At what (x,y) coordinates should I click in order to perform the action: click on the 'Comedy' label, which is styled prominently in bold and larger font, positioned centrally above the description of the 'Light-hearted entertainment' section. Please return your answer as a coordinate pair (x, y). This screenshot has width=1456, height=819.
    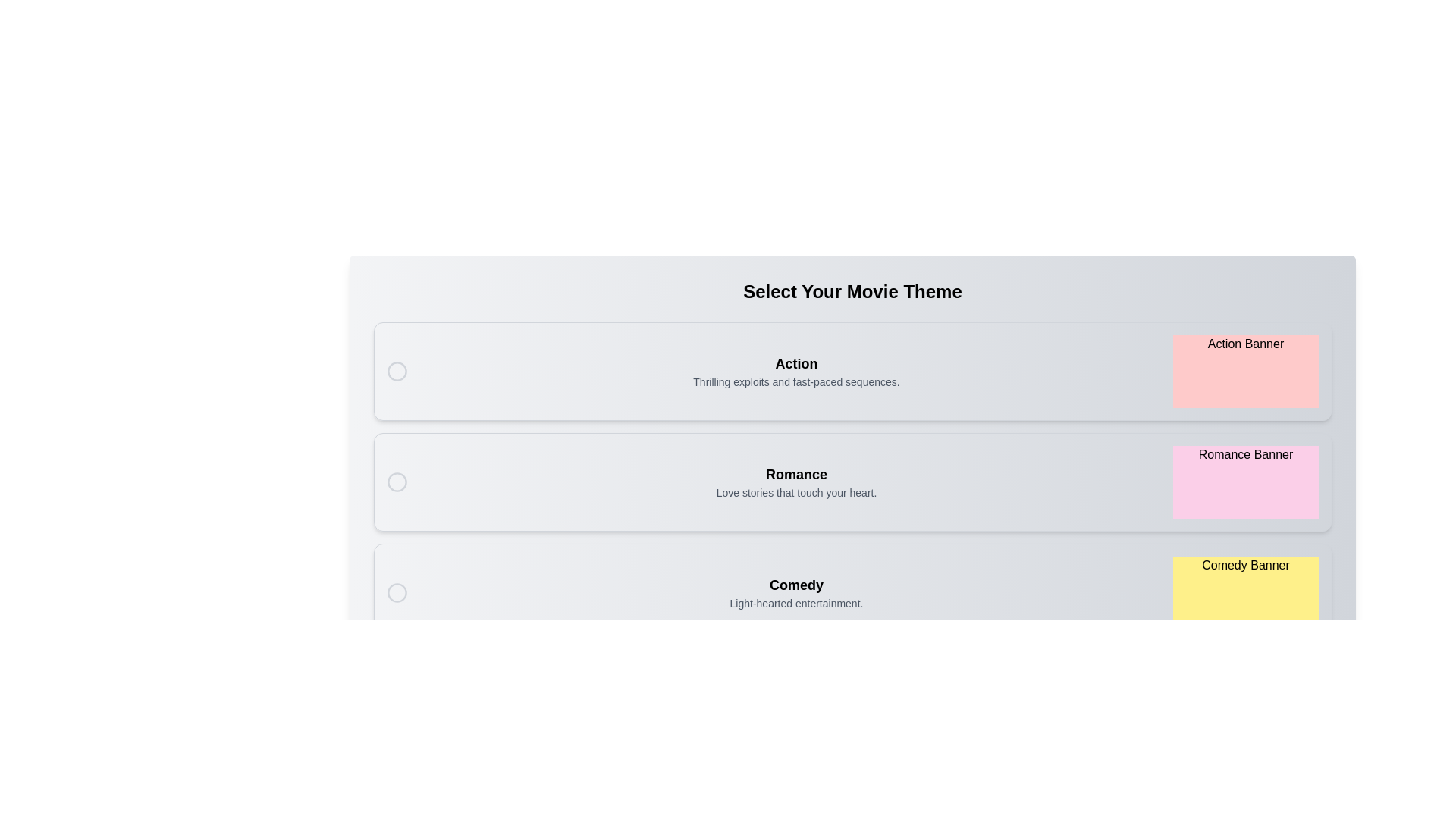
    Looking at the image, I should click on (795, 584).